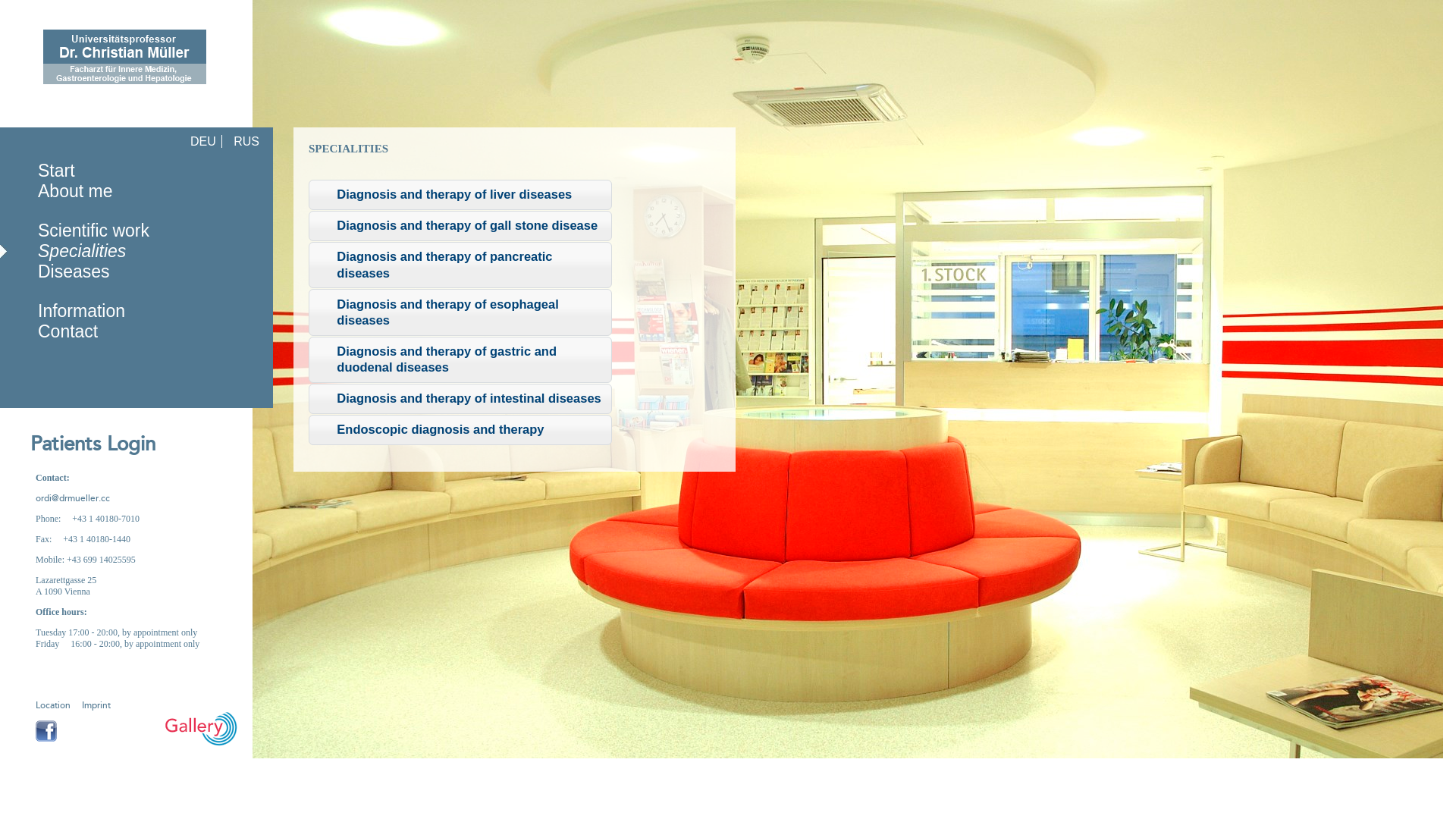  Describe the element at coordinates (459, 359) in the screenshot. I see `'Diagnosis and therapy of gastric and duodenal diseases'` at that location.